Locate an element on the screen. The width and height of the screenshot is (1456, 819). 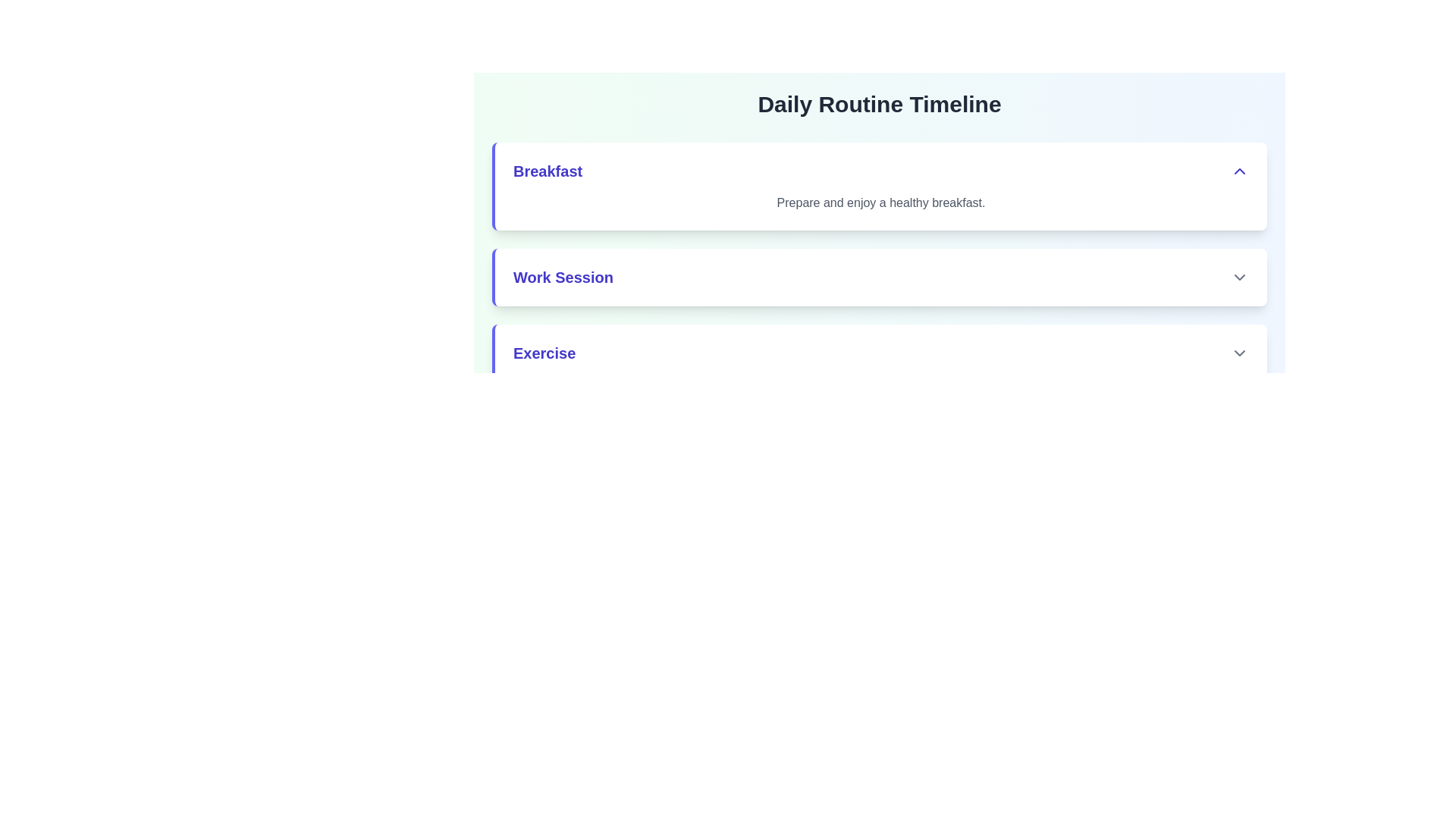
text 'Daily Routine Timeline' from the header element styled in large, bold dark gray font, located at the top of the section is located at coordinates (880, 104).